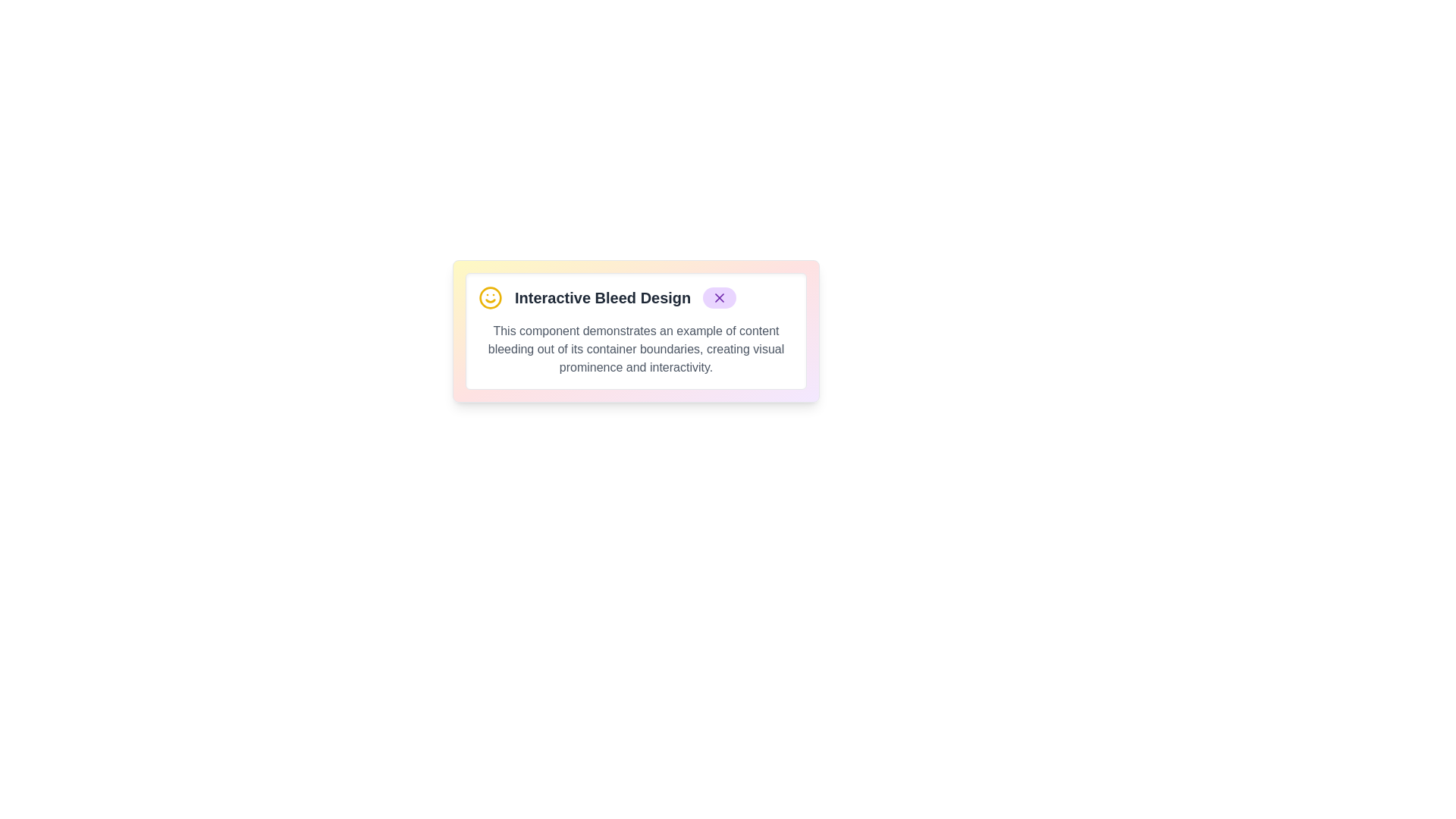 The height and width of the screenshot is (819, 1456). Describe the element at coordinates (719, 298) in the screenshot. I see `the close icon located in the upper-right corner of the rectangular box` at that location.